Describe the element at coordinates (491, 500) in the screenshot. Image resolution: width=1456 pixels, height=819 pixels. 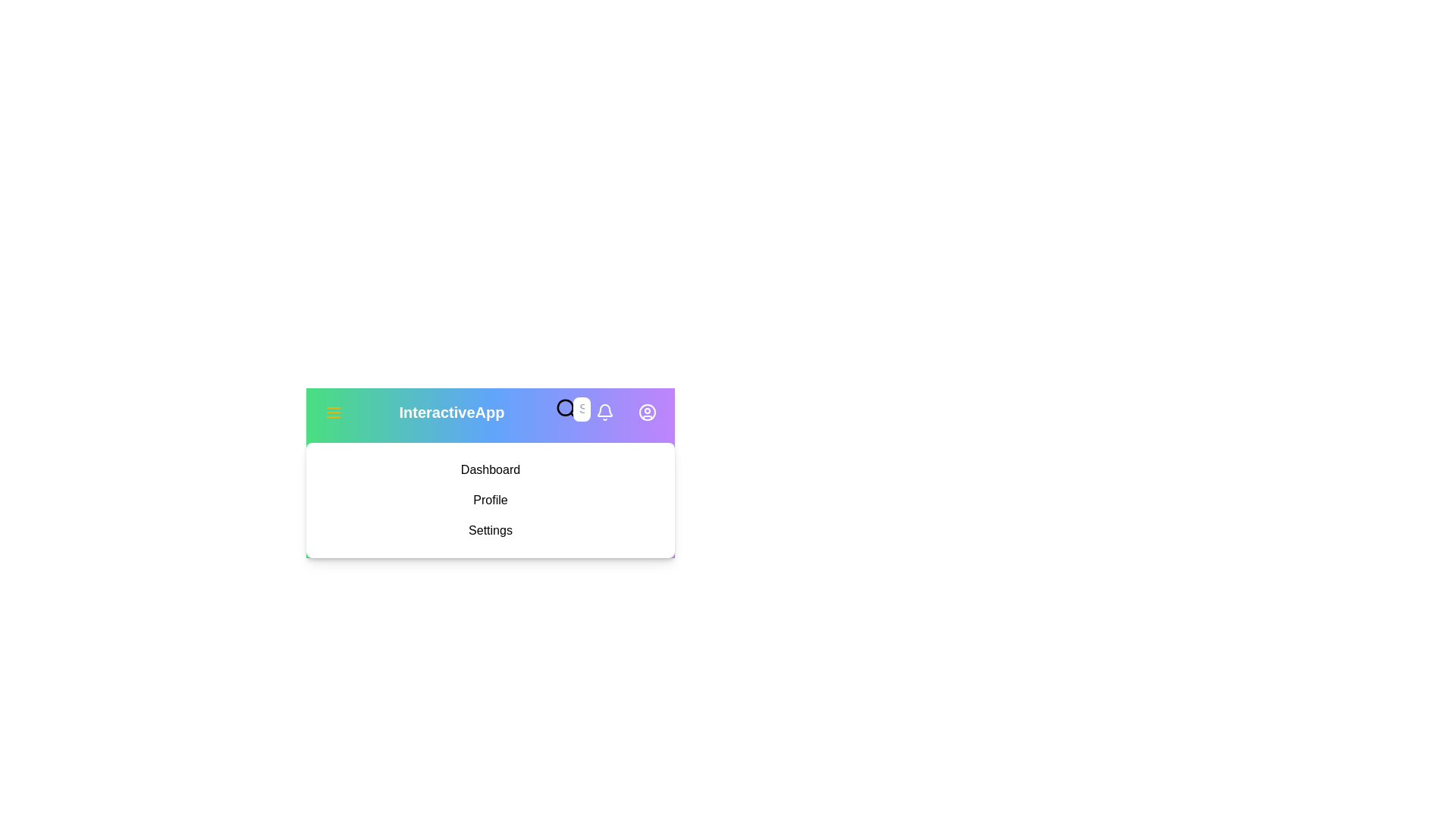
I see `the menu item Profile from the sidebar` at that location.